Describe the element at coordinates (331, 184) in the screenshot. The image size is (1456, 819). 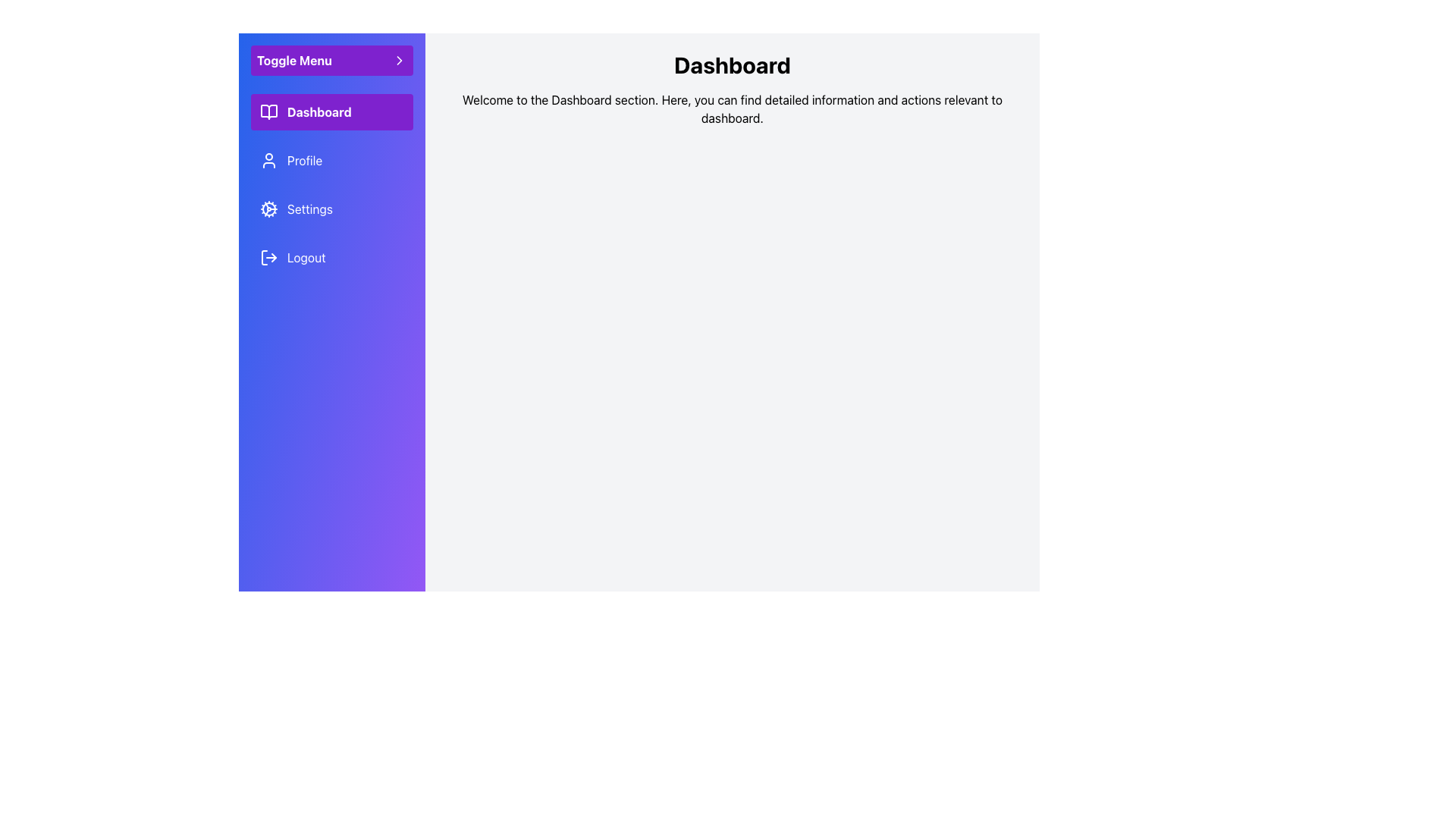
I see `the vertically aligned Navigation Menu containing sections like 'Dashboard,' 'Profile,' 'Settings,' and 'Logout' with a blue to purple gradient background` at that location.